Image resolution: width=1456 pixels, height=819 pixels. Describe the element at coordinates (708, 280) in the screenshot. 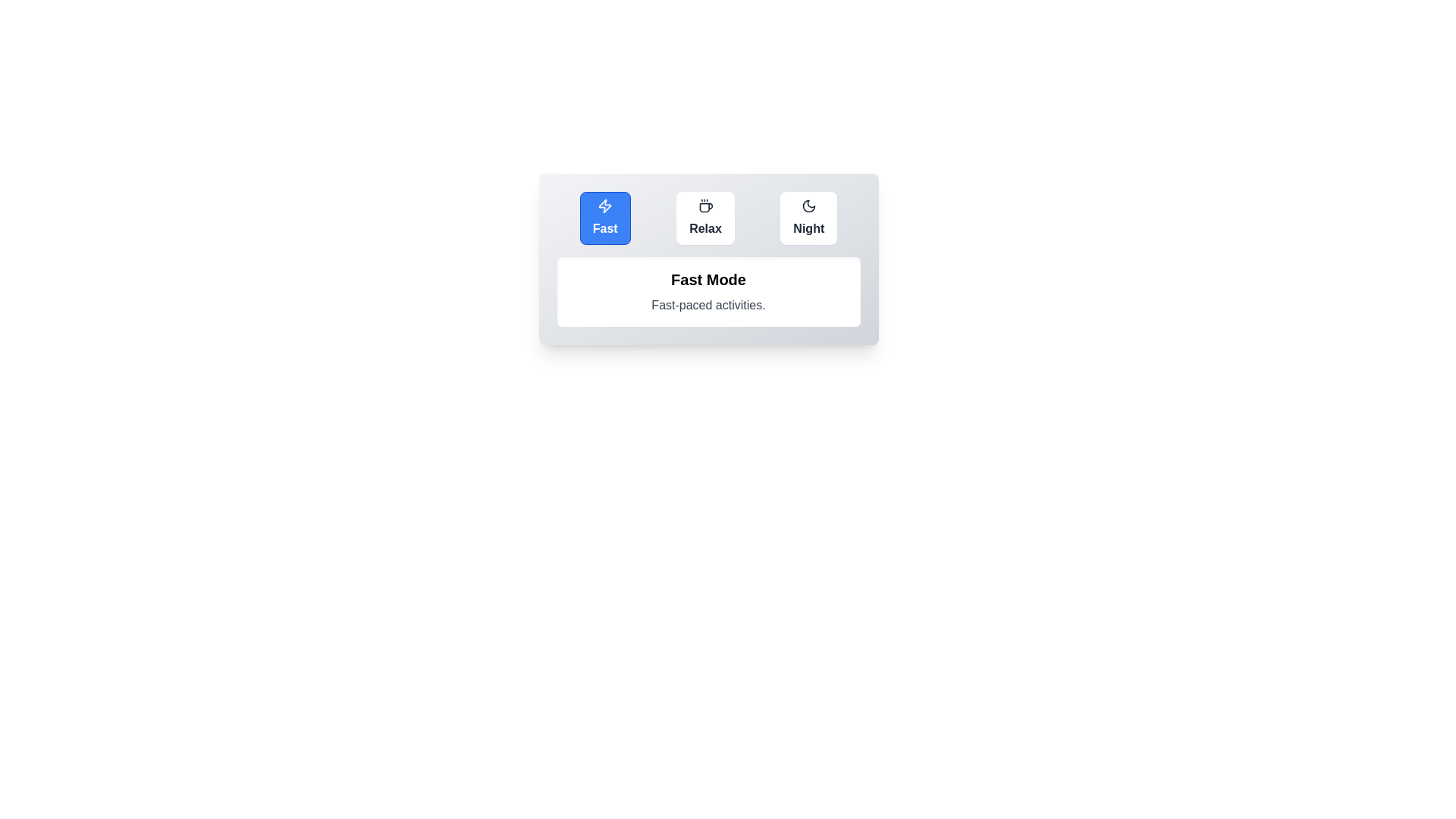

I see `the 'Fast Mode' text label, which indicates the current mode and is centrally aligned within a highlighted section` at that location.